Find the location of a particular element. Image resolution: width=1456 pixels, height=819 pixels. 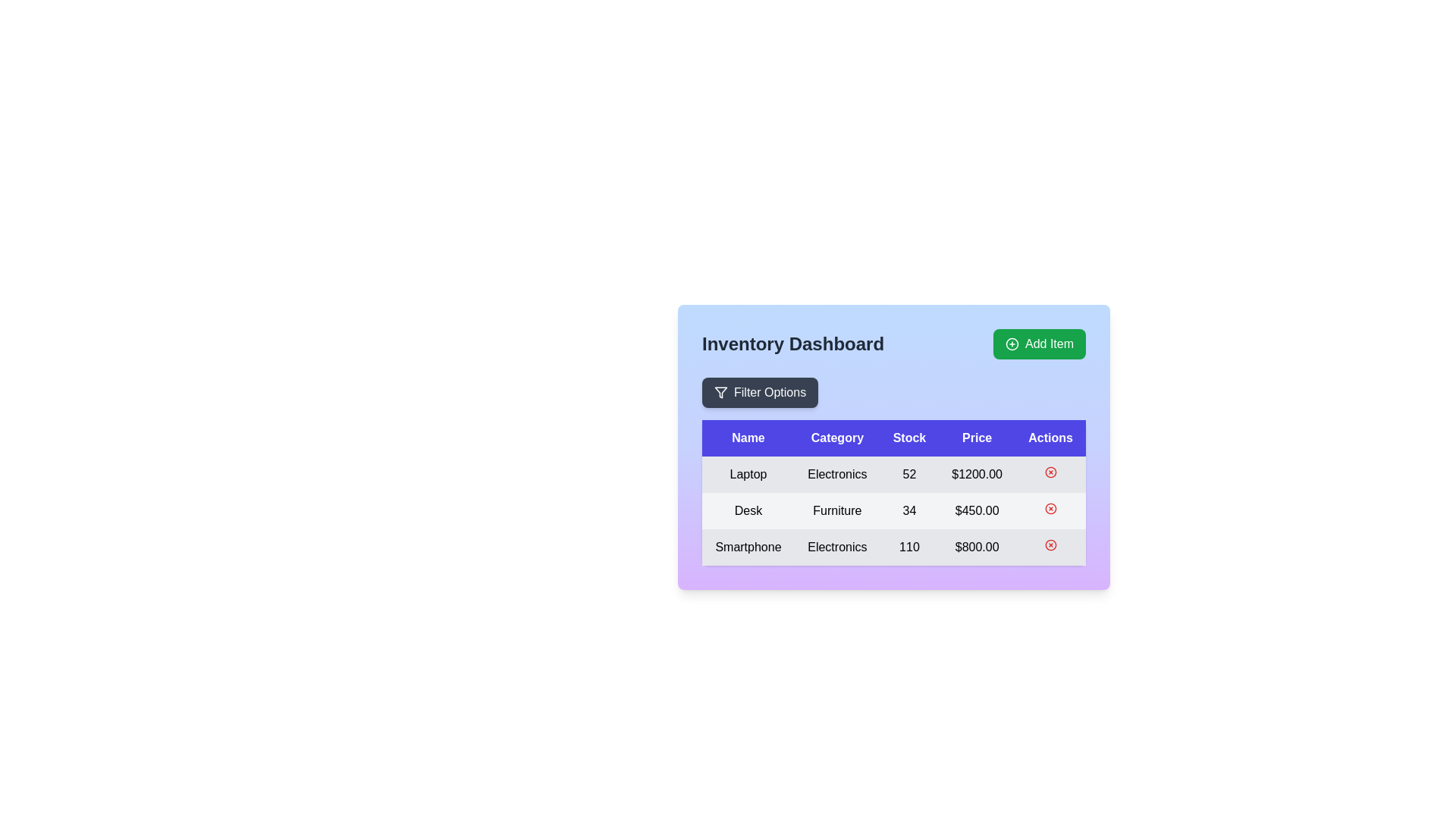

the delete button located in the last row under the 'Actions' column of the table is located at coordinates (1050, 509).